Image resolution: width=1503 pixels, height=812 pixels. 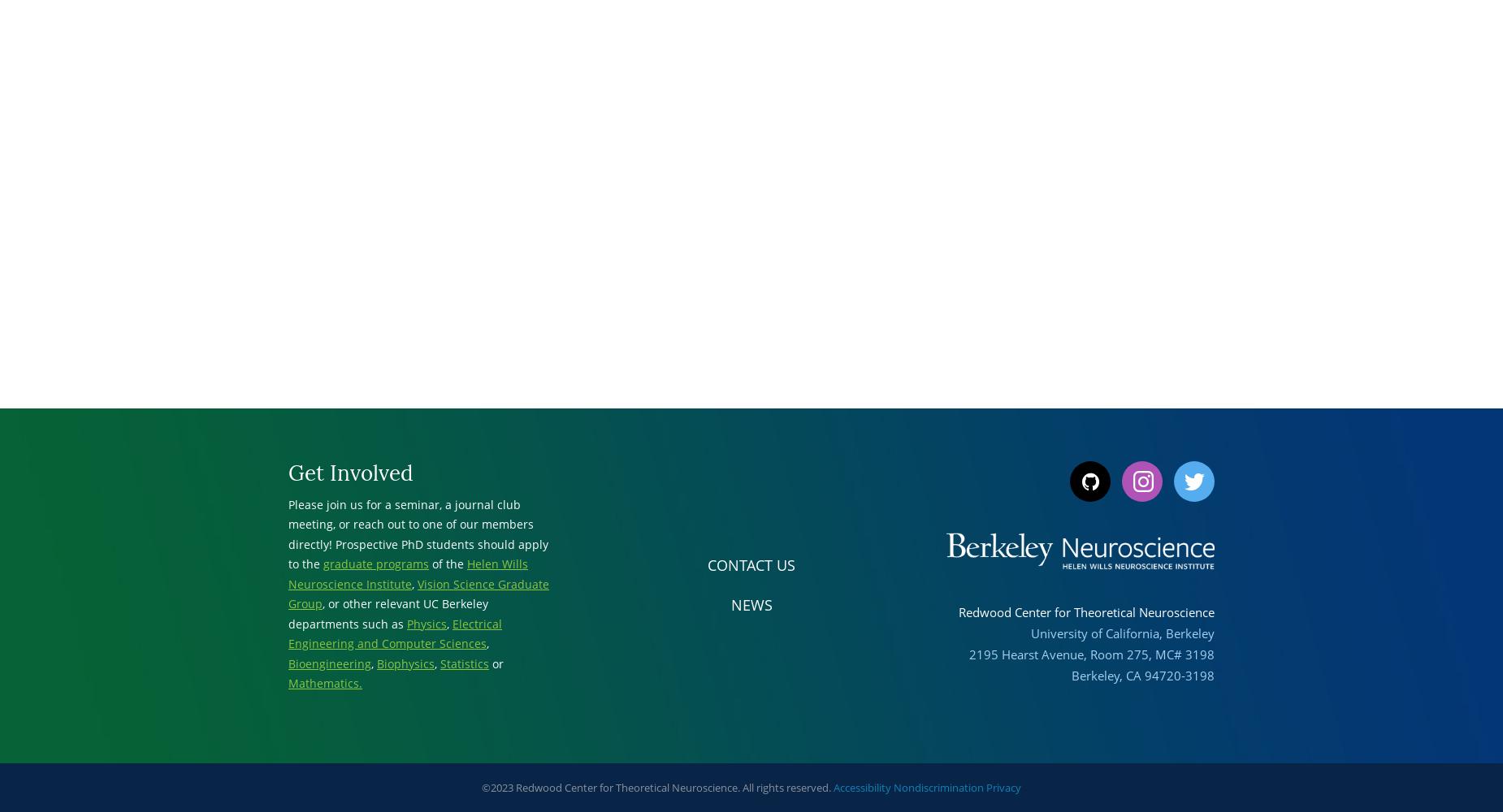 What do you see at coordinates (1091, 654) in the screenshot?
I see `'2195 Hearst Avenue, Room 275, MC# 3198'` at bounding box center [1091, 654].